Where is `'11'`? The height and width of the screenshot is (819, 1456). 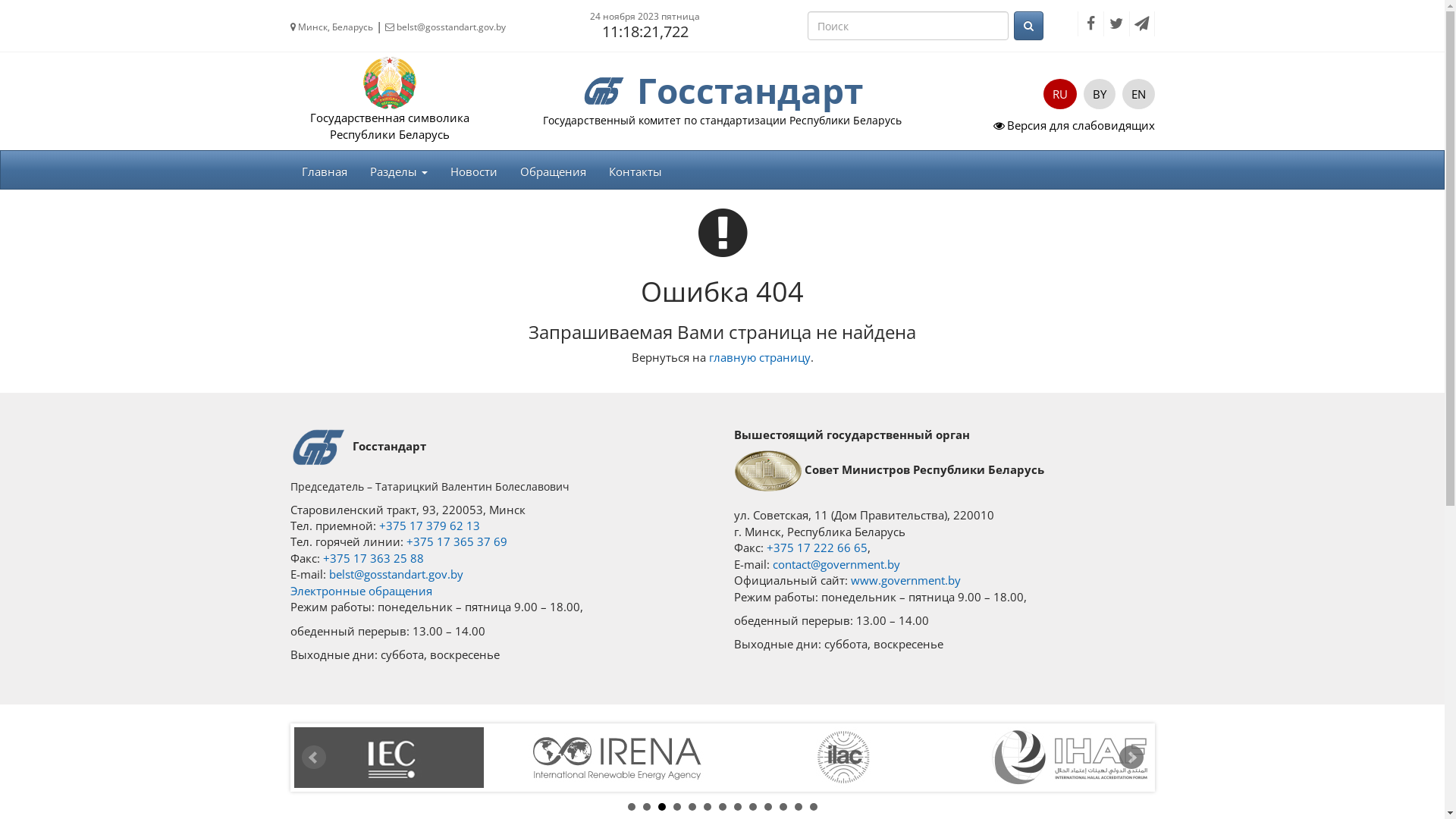 '11' is located at coordinates (783, 806).